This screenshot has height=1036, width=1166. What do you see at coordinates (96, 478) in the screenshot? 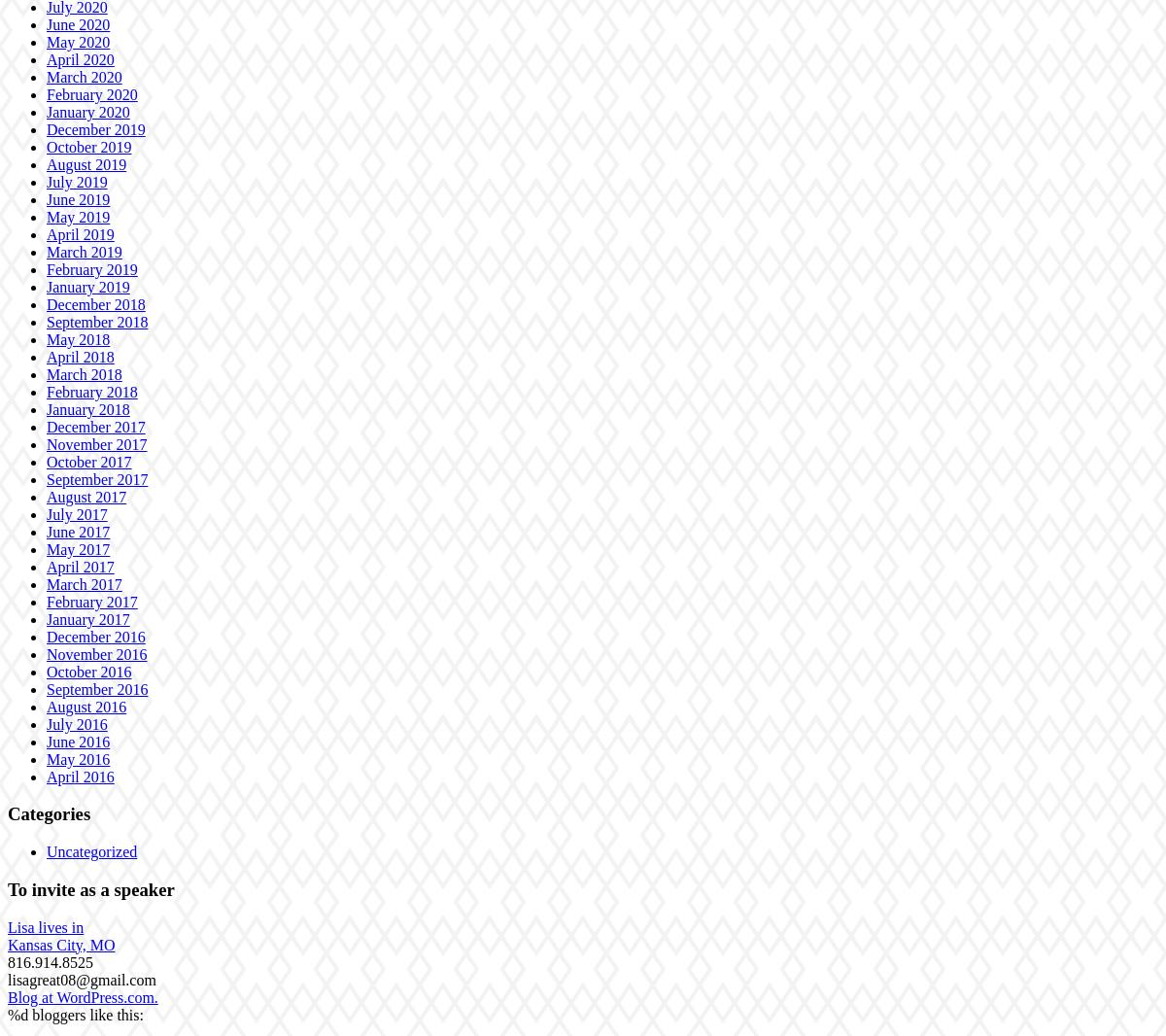
I see `'September 2017'` at bounding box center [96, 478].